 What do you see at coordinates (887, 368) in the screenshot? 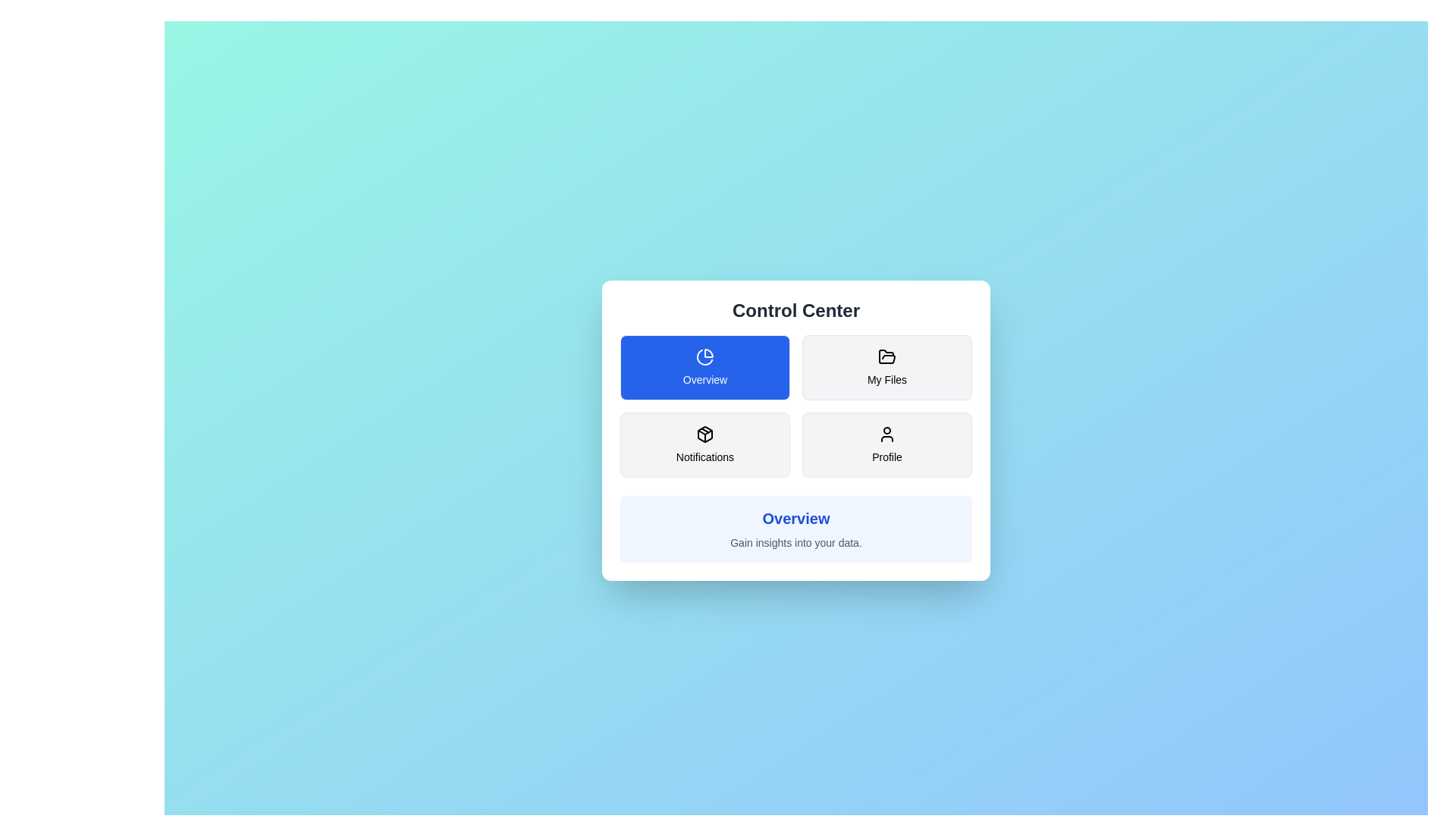
I see `the button corresponding to the section My Files` at bounding box center [887, 368].